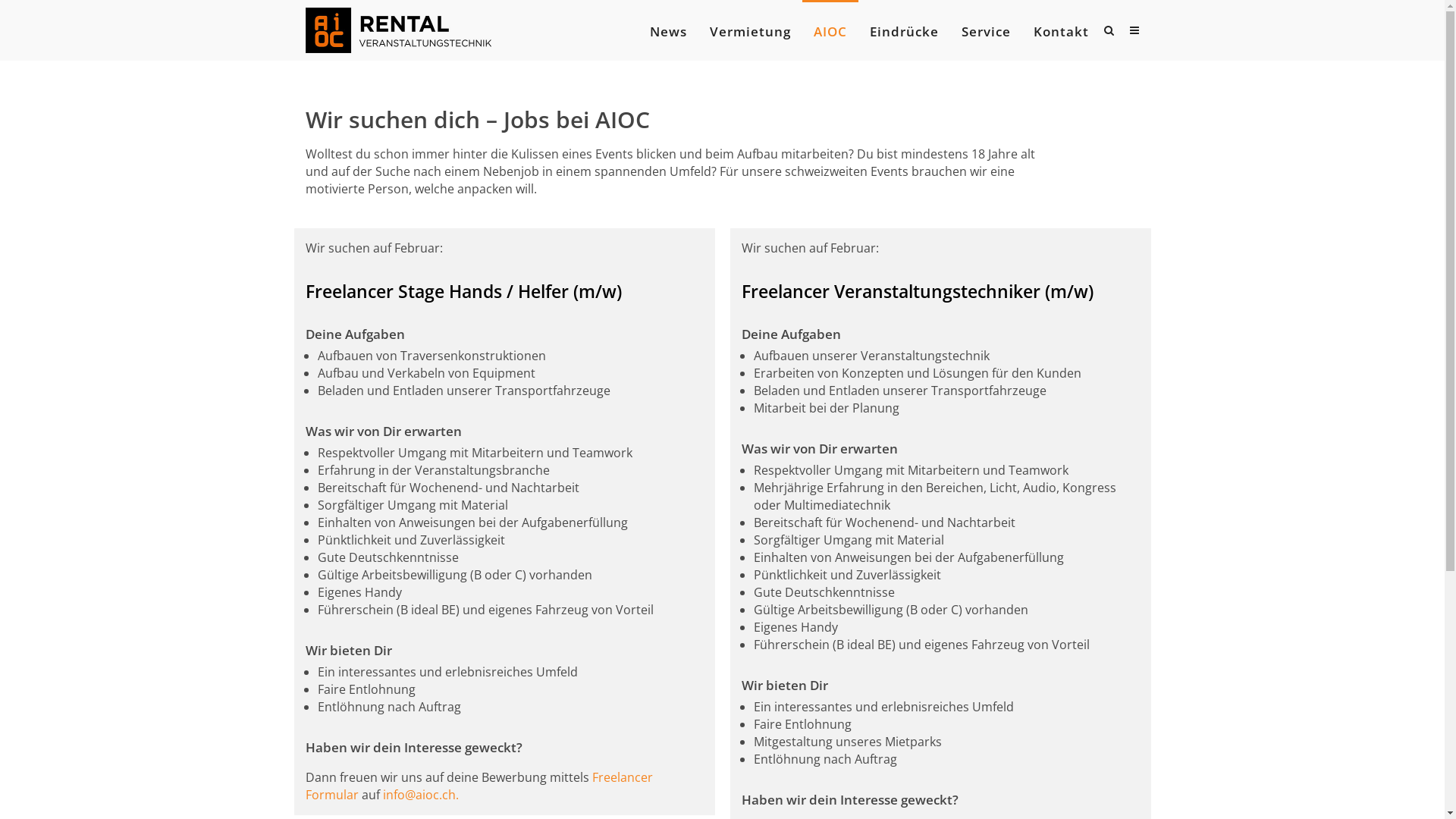 This screenshot has height=819, width=1456. I want to click on 'AIOC', so click(811, 32).